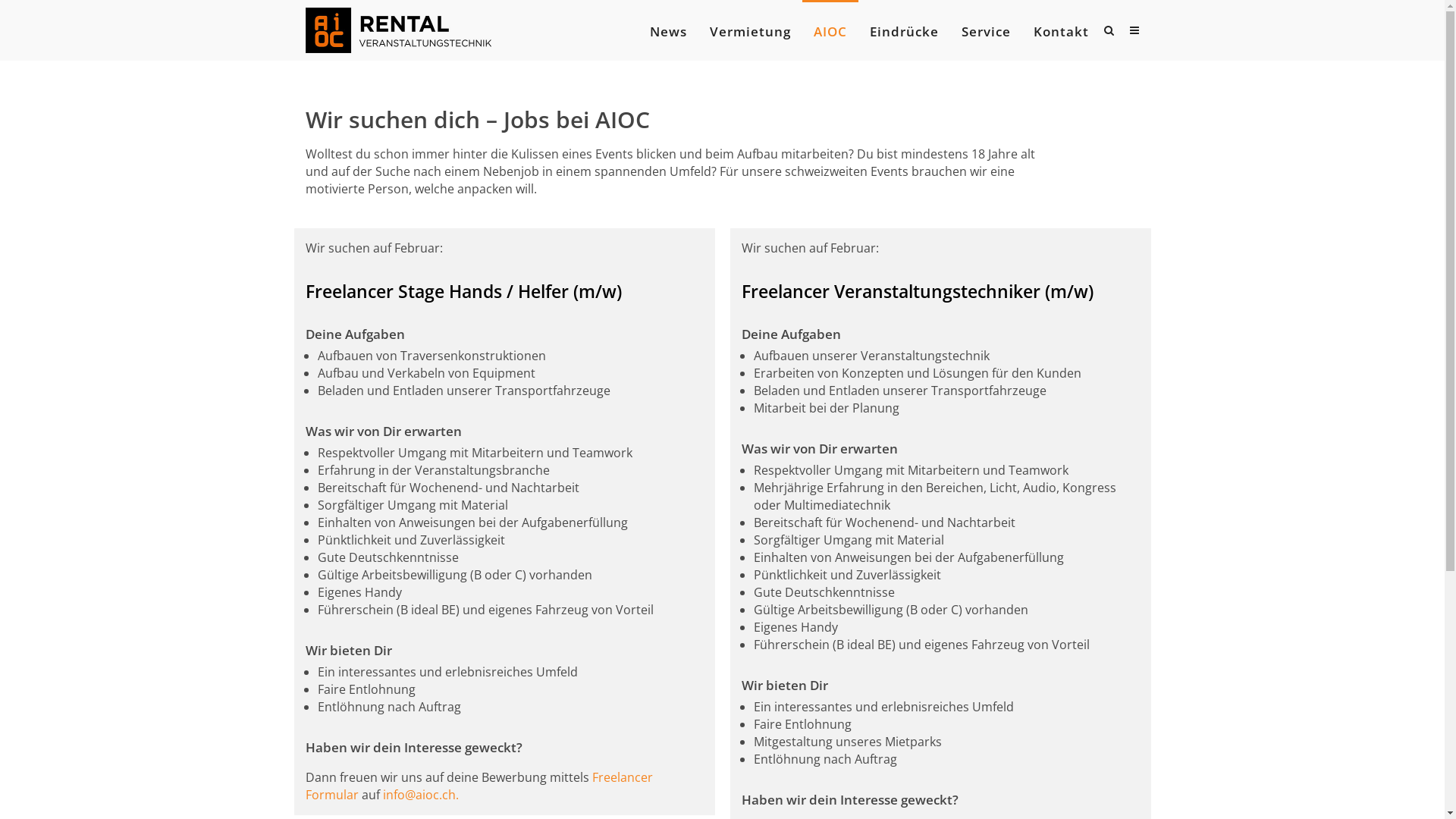 This screenshot has height=819, width=1456. I want to click on 'AIOC', so click(811, 32).